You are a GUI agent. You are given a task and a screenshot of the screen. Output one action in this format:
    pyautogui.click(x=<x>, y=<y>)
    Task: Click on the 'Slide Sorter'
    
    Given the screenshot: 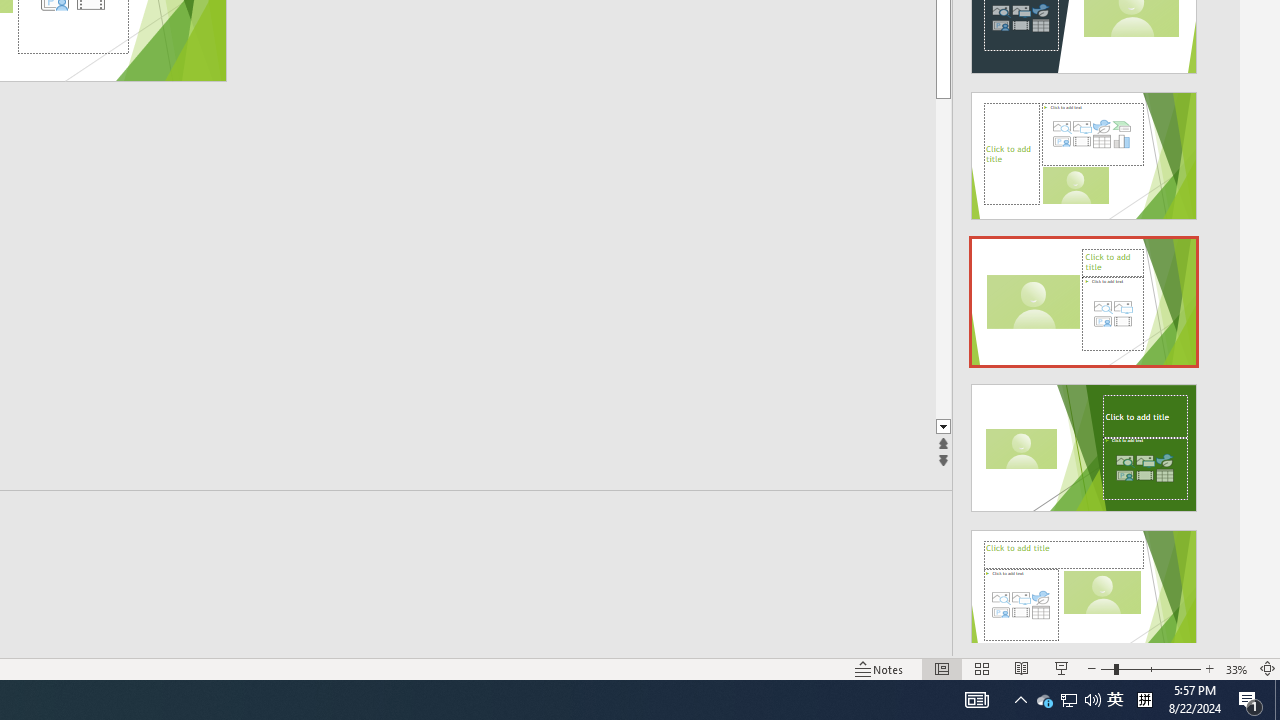 What is the action you would take?
    pyautogui.click(x=982, y=669)
    